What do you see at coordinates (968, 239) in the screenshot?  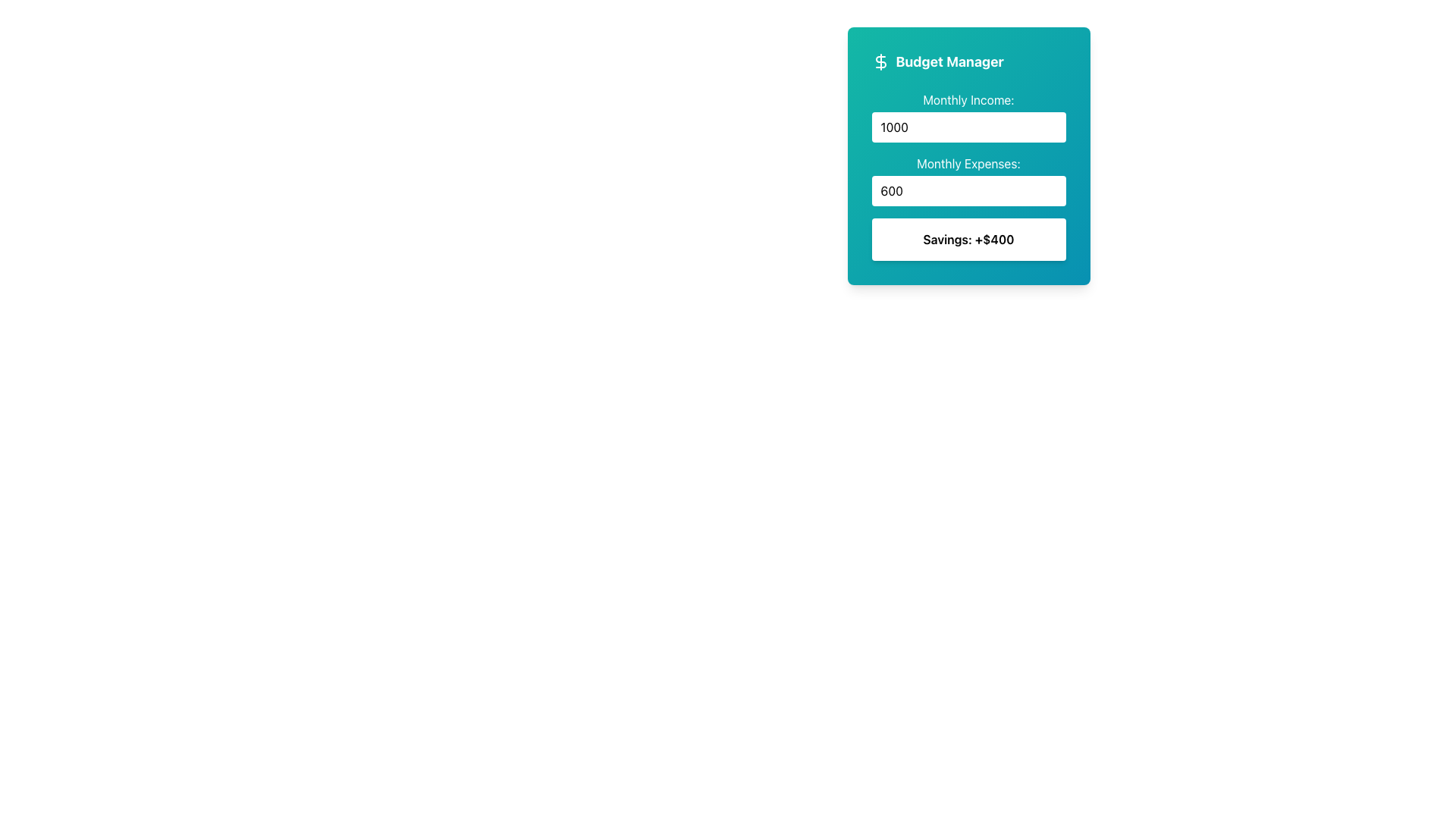 I see `the 'Savings: +$400' text display element, which is prominently styled in bold and located at the bottom of the budget management interface` at bounding box center [968, 239].